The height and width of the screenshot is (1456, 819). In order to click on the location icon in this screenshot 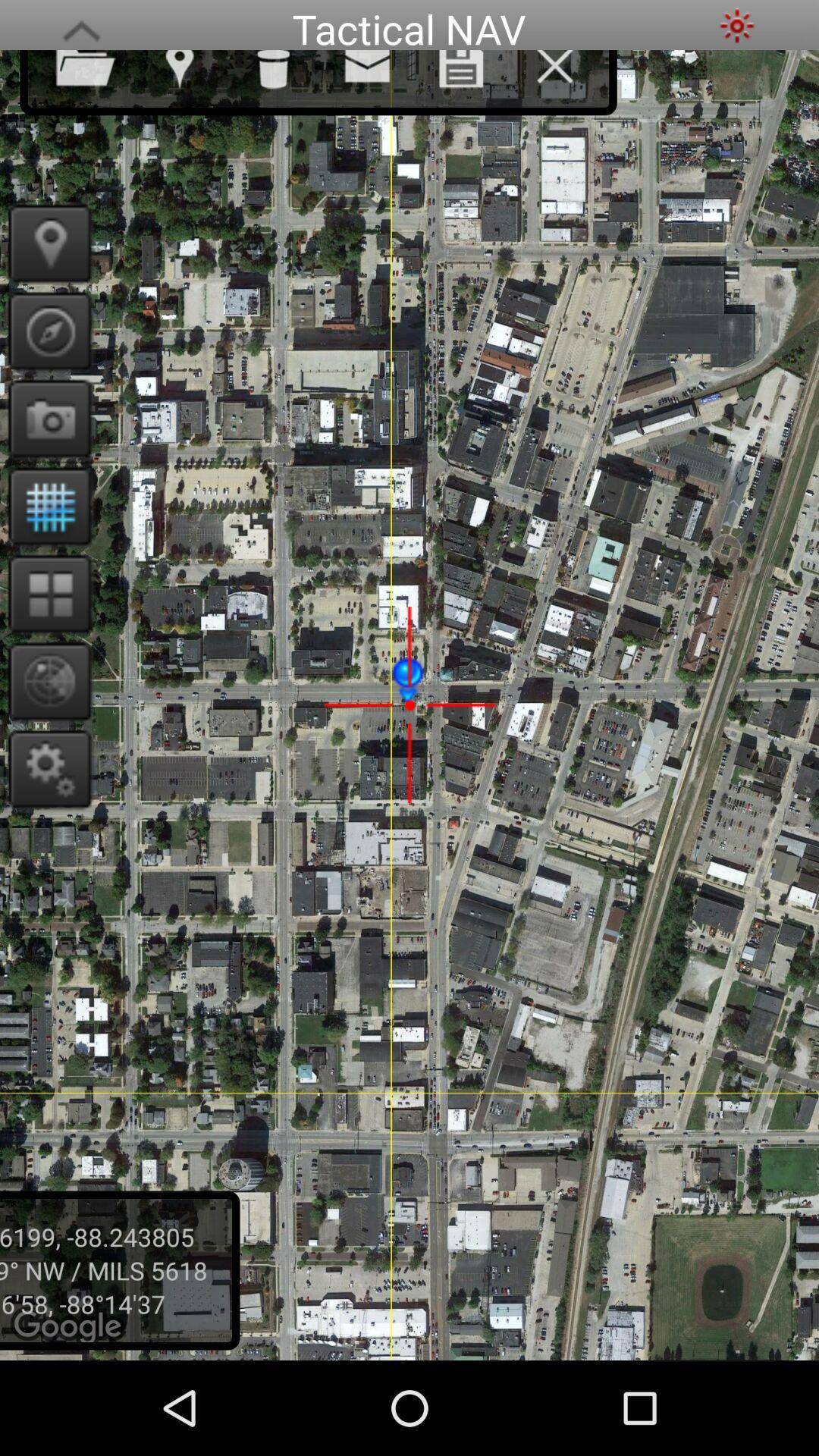, I will do `click(44, 260)`.